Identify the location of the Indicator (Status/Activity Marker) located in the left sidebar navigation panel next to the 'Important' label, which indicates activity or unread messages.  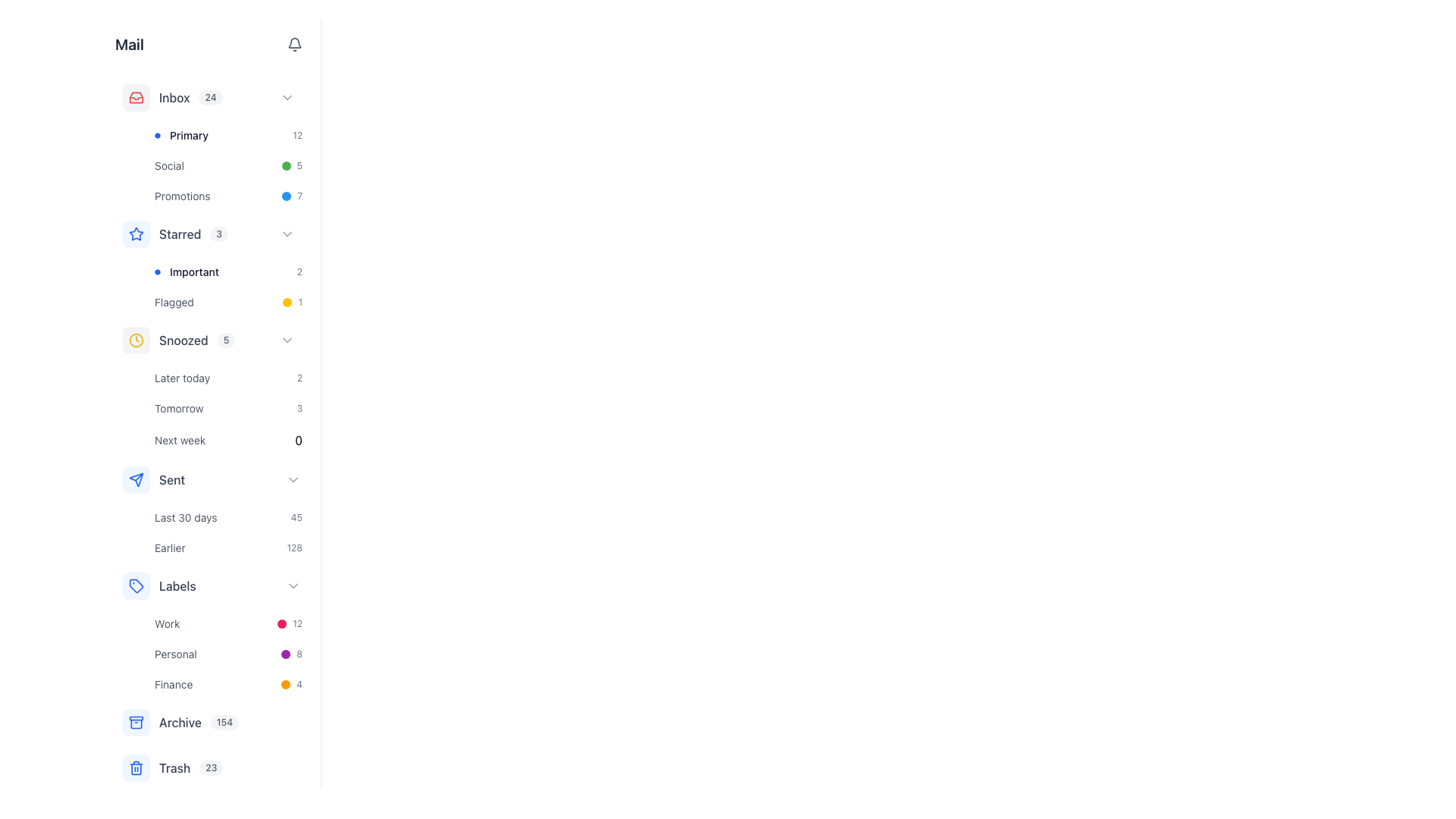
(287, 302).